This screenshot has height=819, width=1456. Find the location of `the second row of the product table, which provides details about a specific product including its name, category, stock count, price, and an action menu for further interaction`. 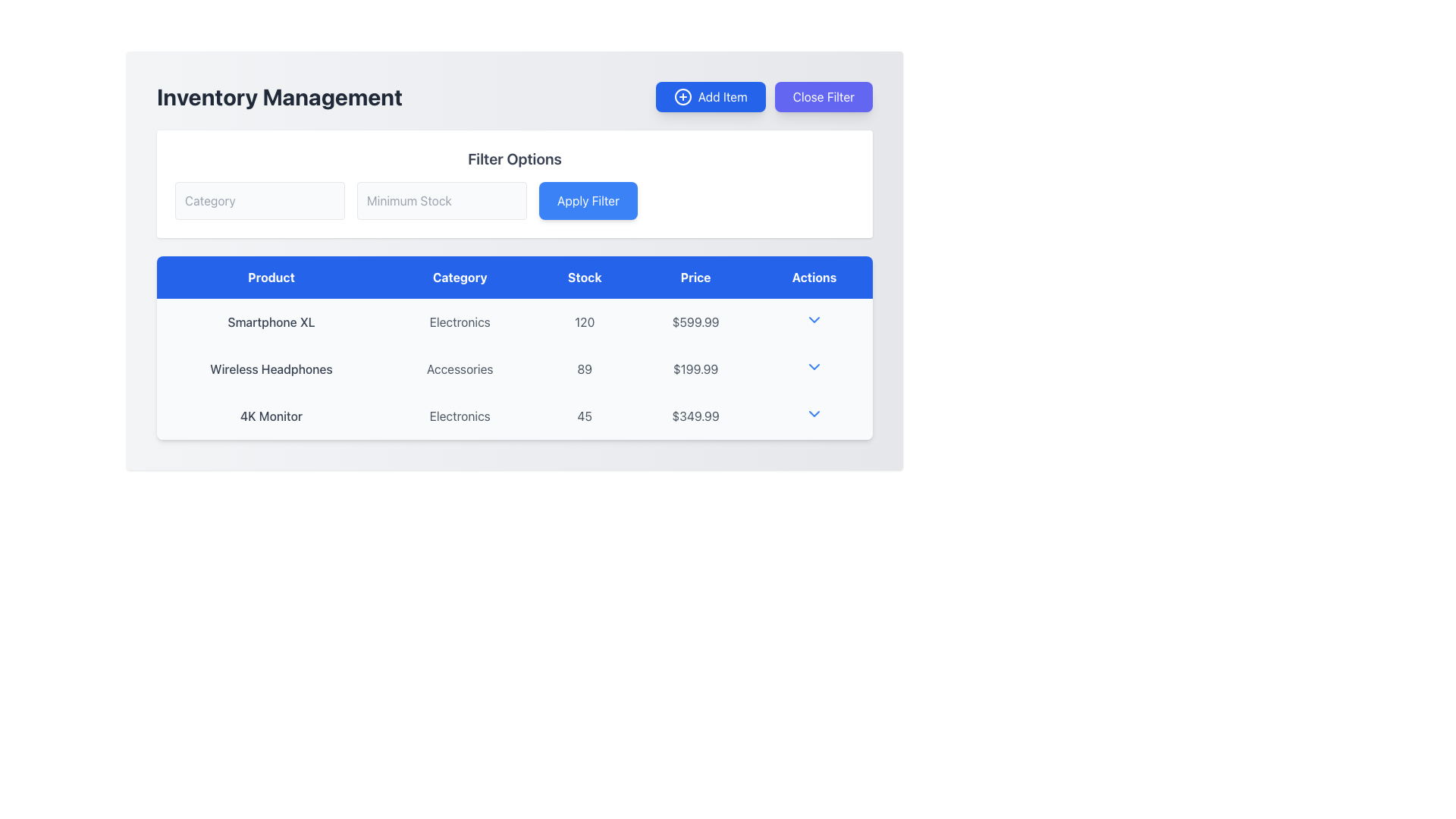

the second row of the product table, which provides details about a specific product including its name, category, stock count, price, and an action menu for further interaction is located at coordinates (514, 369).